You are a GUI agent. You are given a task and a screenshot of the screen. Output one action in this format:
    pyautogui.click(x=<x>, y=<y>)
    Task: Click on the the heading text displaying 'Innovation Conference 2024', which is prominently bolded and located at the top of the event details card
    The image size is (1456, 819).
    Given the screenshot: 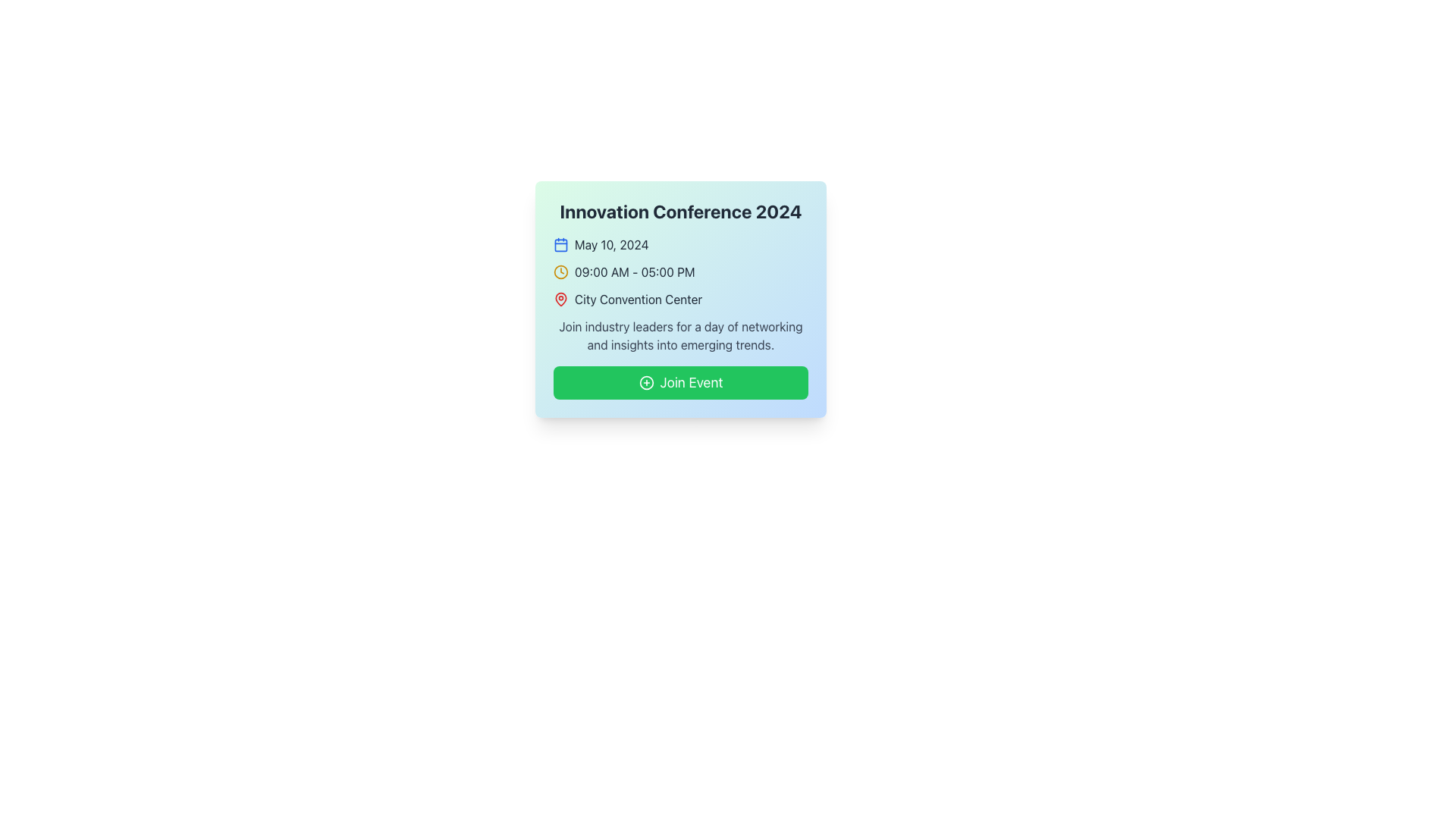 What is the action you would take?
    pyautogui.click(x=679, y=211)
    